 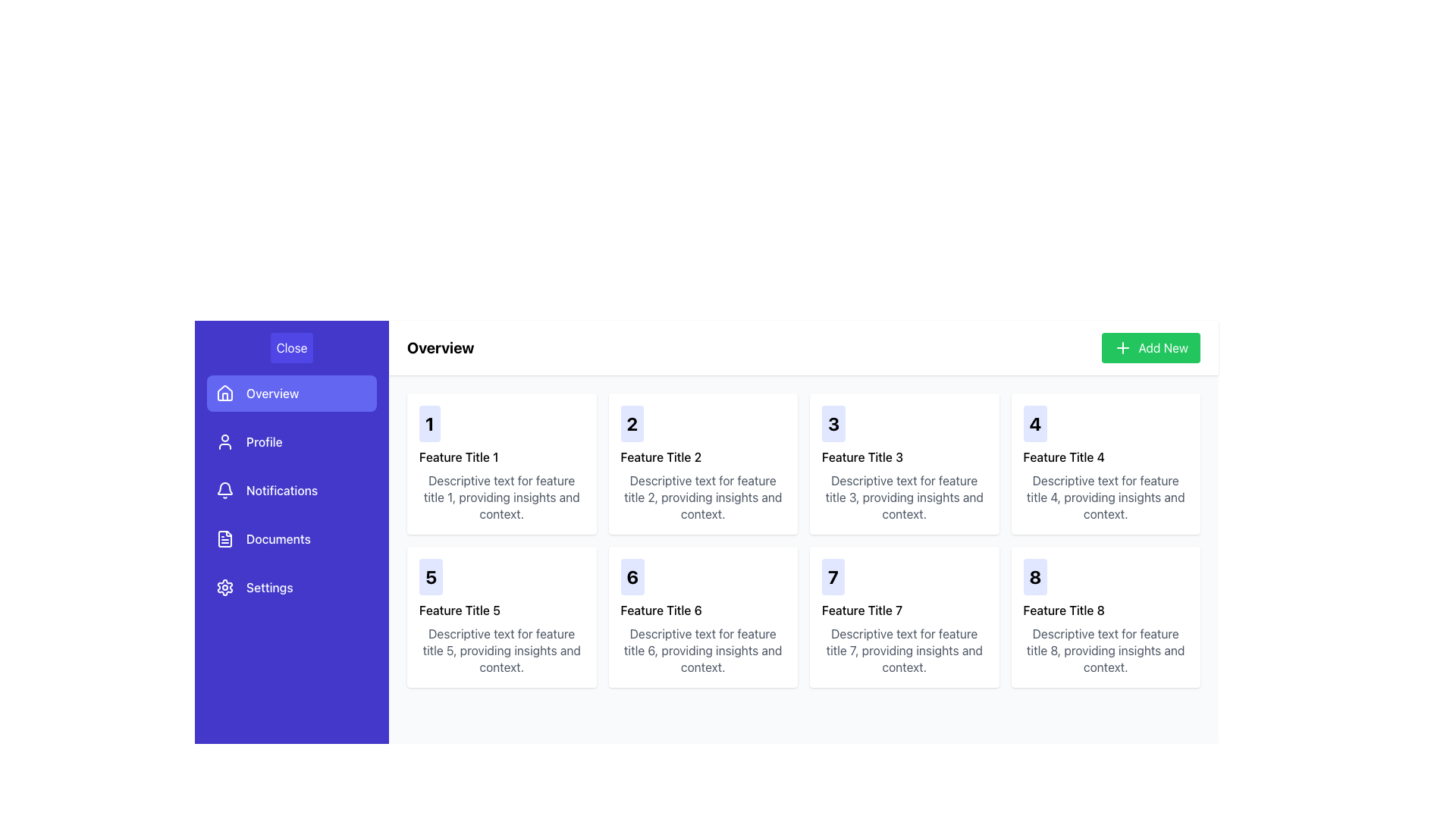 I want to click on the Information card that displays a numerical identifier '8' and provides a summary of a feature, located in the fourth row and fourth column of the grid layout, so click(x=1106, y=617).